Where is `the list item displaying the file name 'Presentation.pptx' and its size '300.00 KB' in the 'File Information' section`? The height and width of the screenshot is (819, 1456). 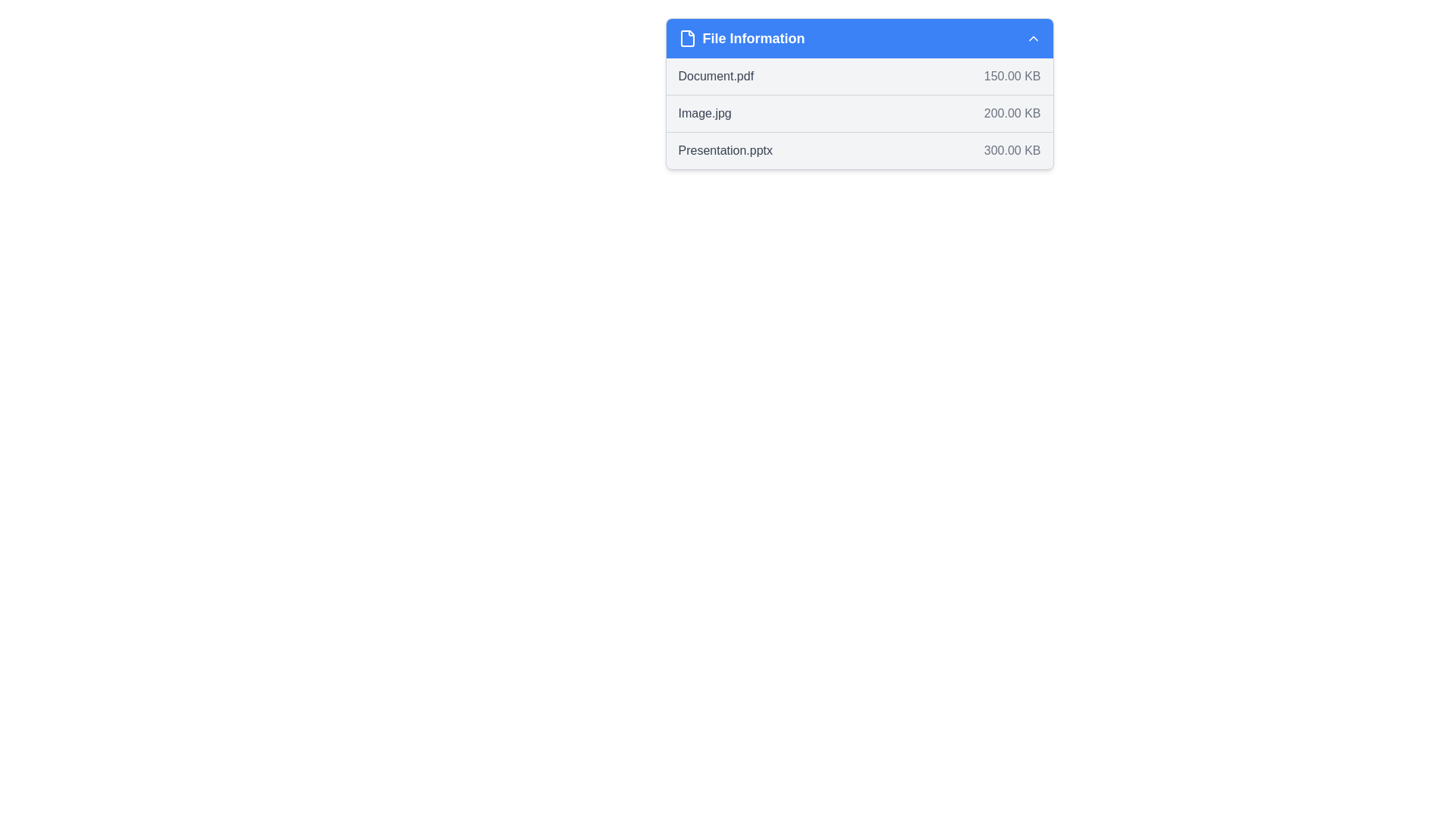 the list item displaying the file name 'Presentation.pptx' and its size '300.00 KB' in the 'File Information' section is located at coordinates (859, 150).